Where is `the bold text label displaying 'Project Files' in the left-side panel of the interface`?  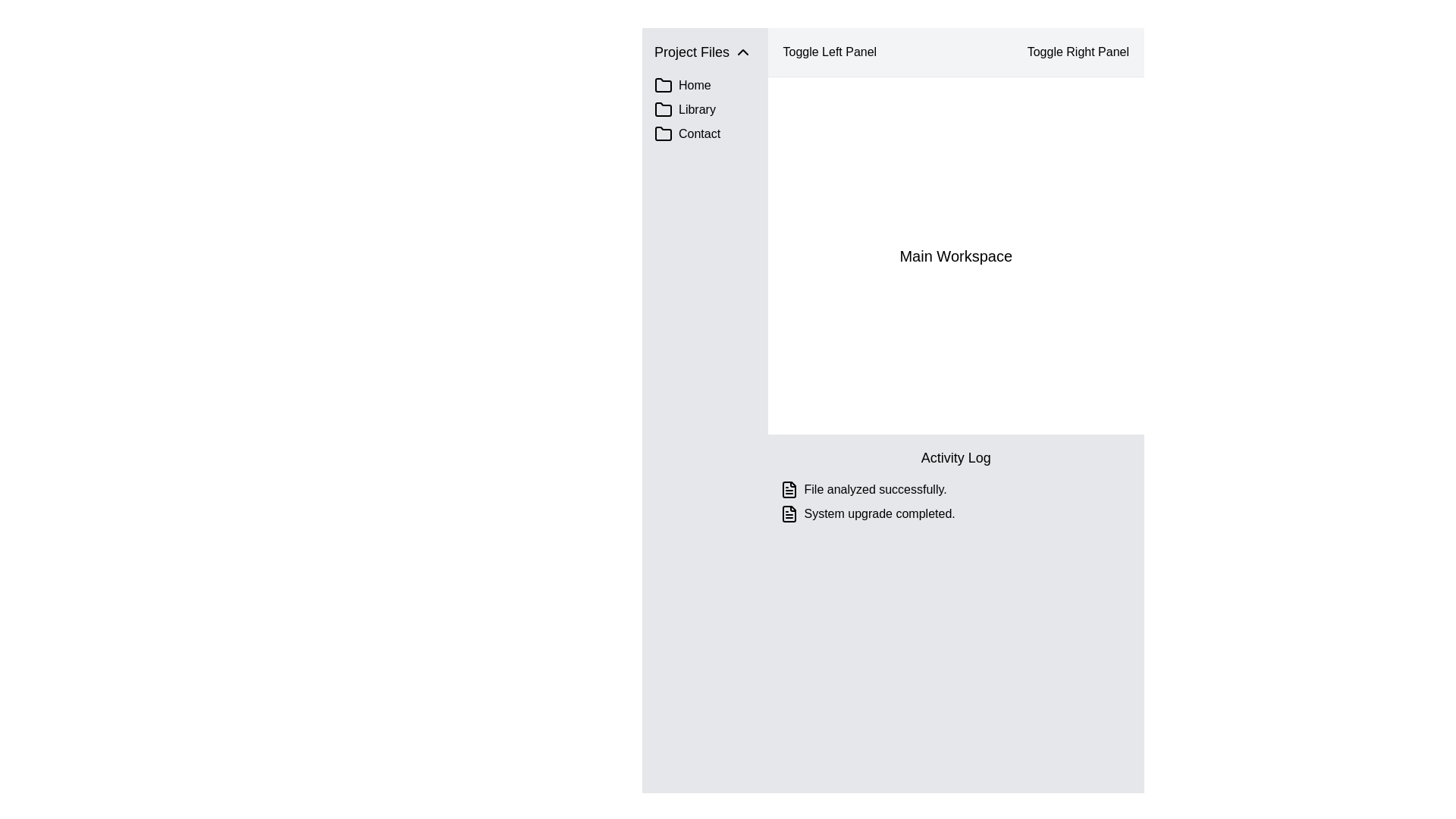 the bold text label displaying 'Project Files' in the left-side panel of the interface is located at coordinates (691, 52).